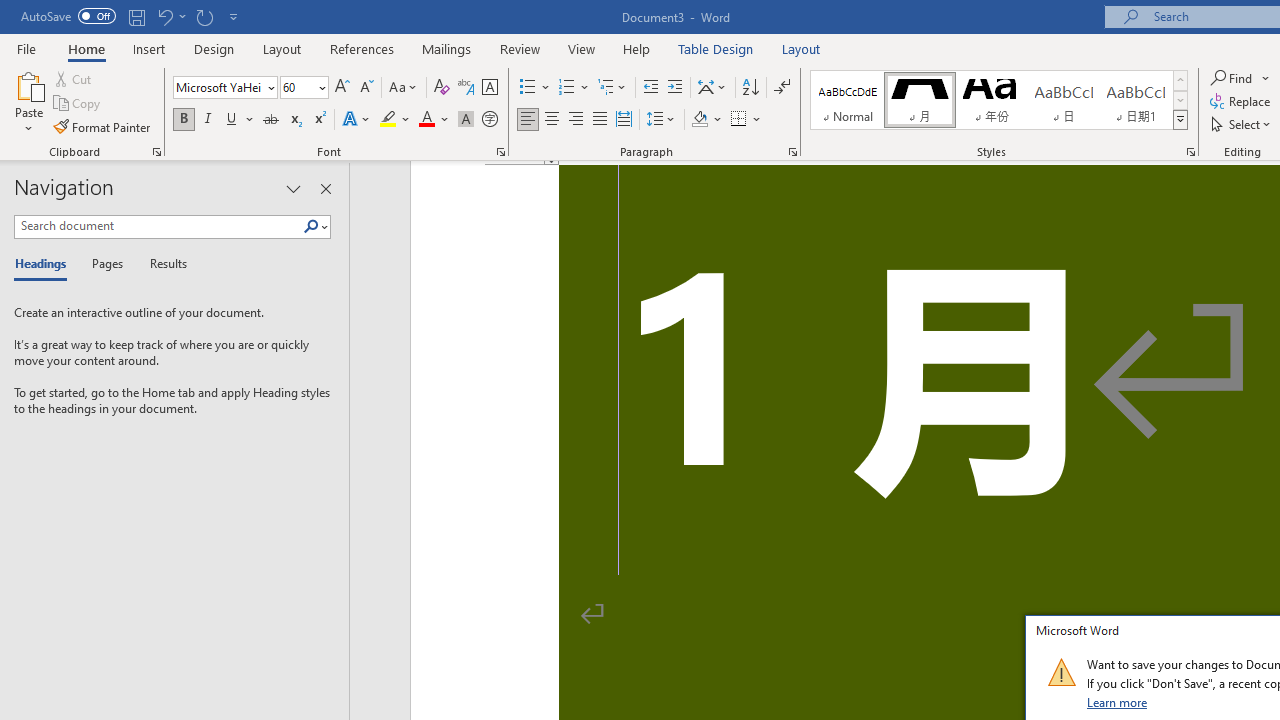 The height and width of the screenshot is (720, 1280). What do you see at coordinates (269, 119) in the screenshot?
I see `'Strikethrough'` at bounding box center [269, 119].